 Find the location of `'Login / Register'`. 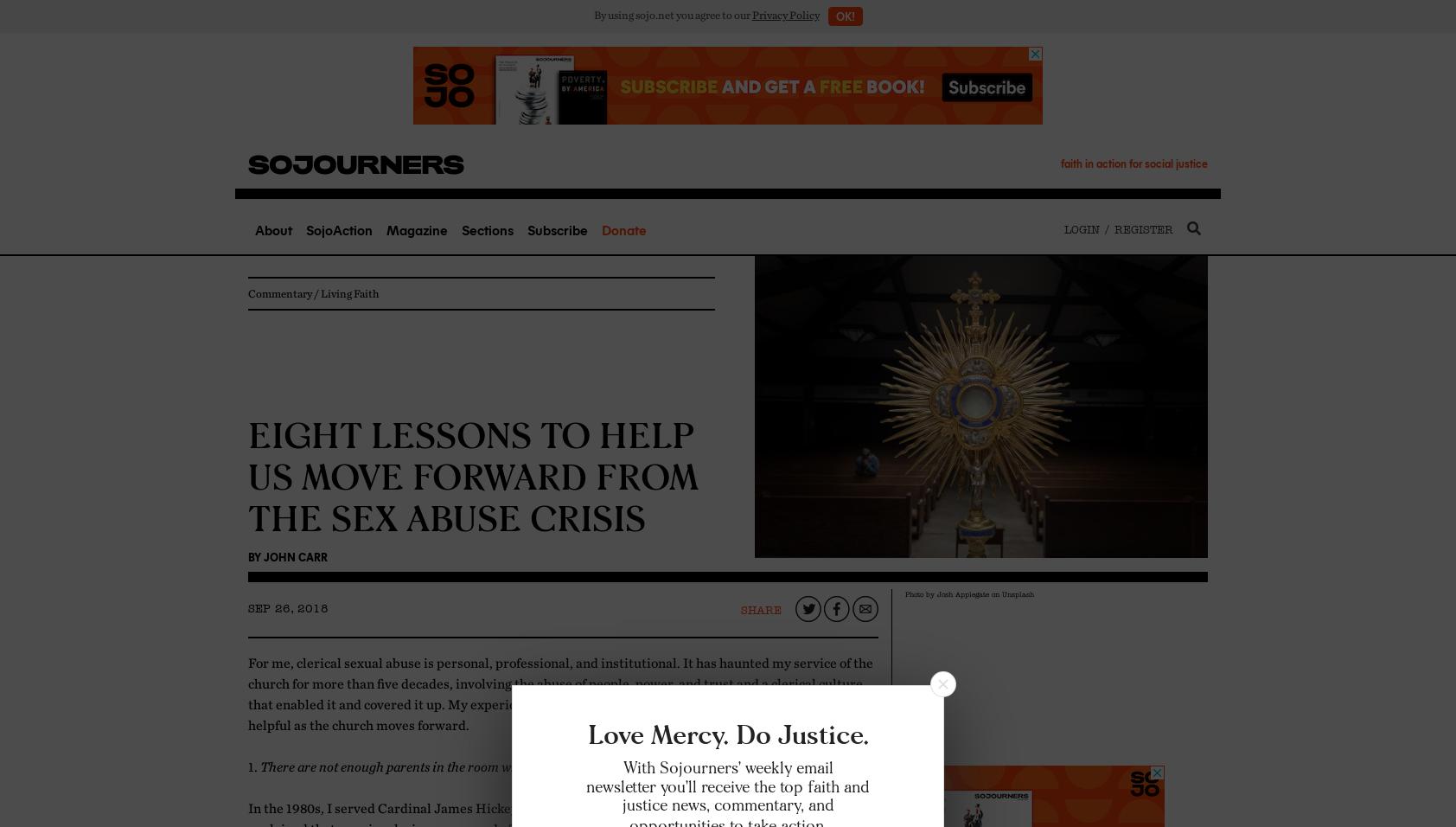

'Login / Register' is located at coordinates (1117, 228).